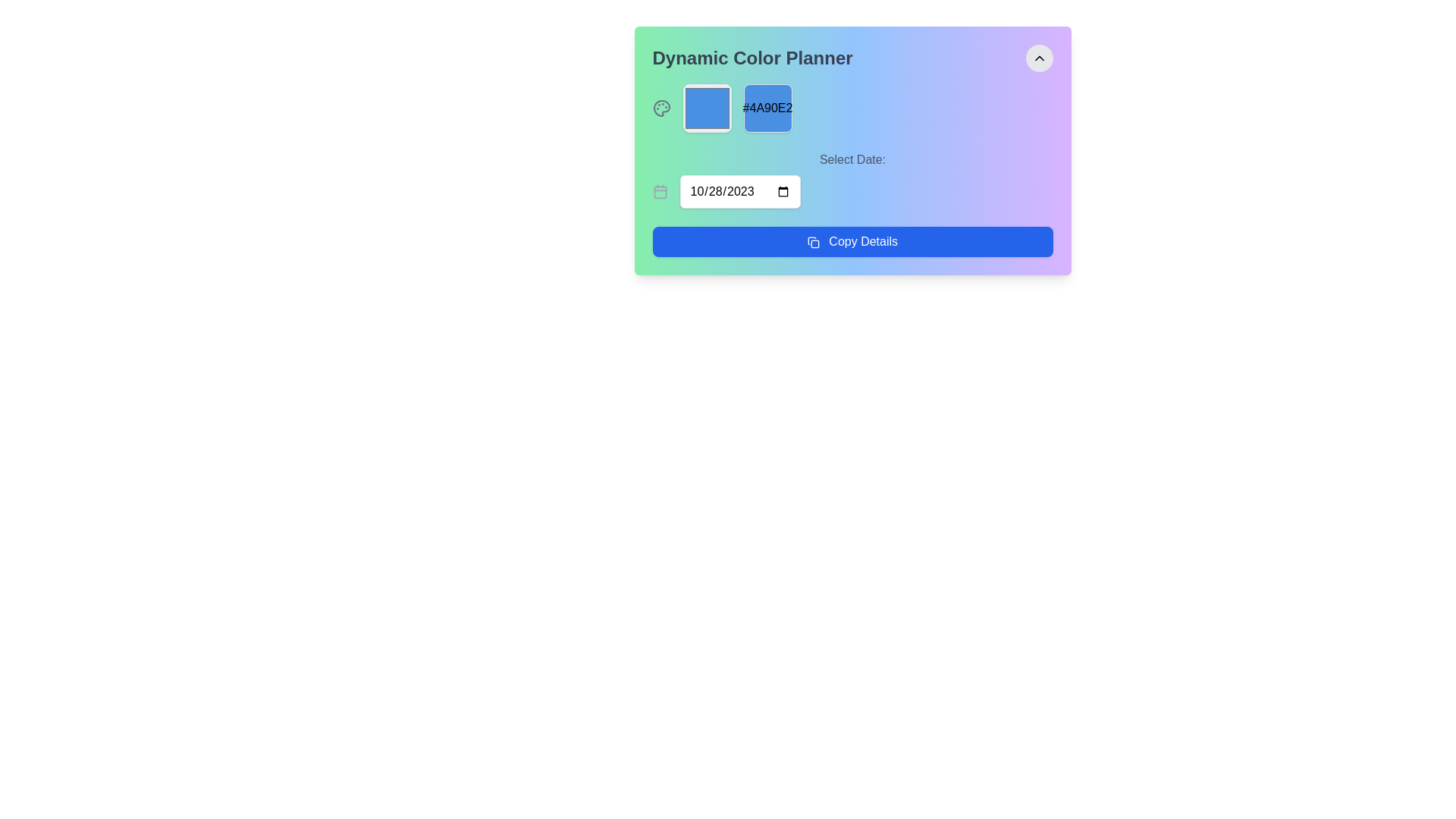  I want to click on the graphical decorative element (SVG) which is at the center of the calendar icon, located to the right of the date input field and above the 'Copy Details' button within the card, so click(660, 191).